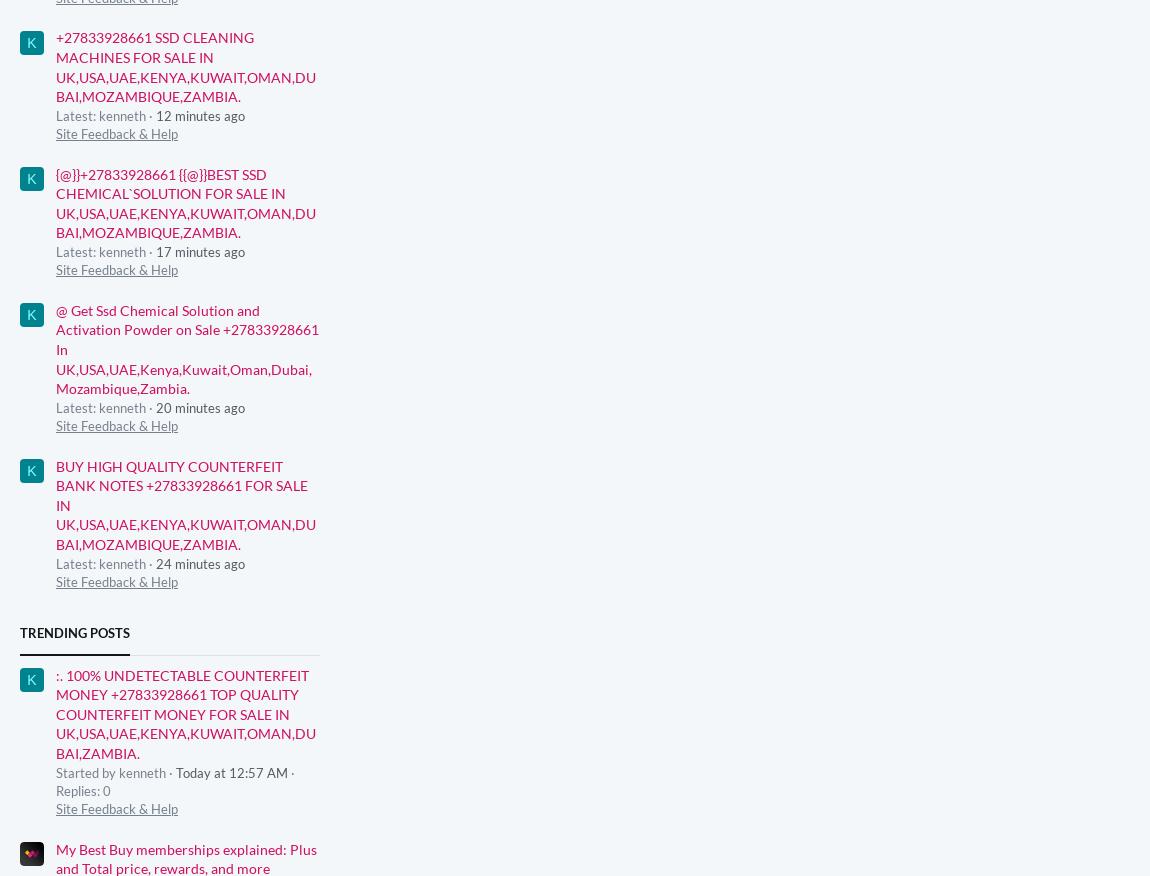 The height and width of the screenshot is (876, 1150). What do you see at coordinates (592, 598) in the screenshot?
I see `'Windows Central is part of Future plc, an international media group and leading digital publisher.'` at bounding box center [592, 598].